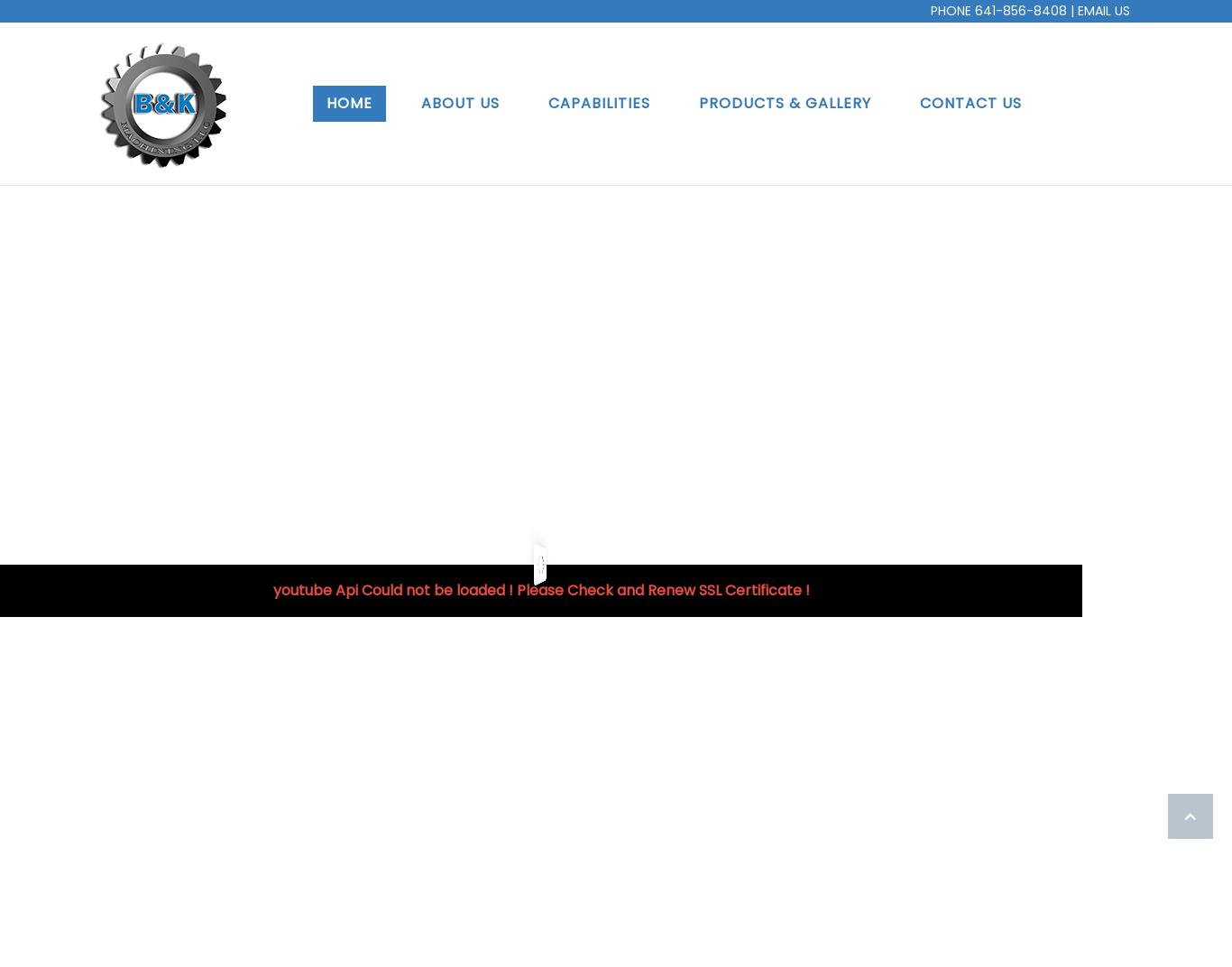 The width and height of the screenshot is (1232, 967). What do you see at coordinates (974, 10) in the screenshot?
I see `'641-856-8408'` at bounding box center [974, 10].